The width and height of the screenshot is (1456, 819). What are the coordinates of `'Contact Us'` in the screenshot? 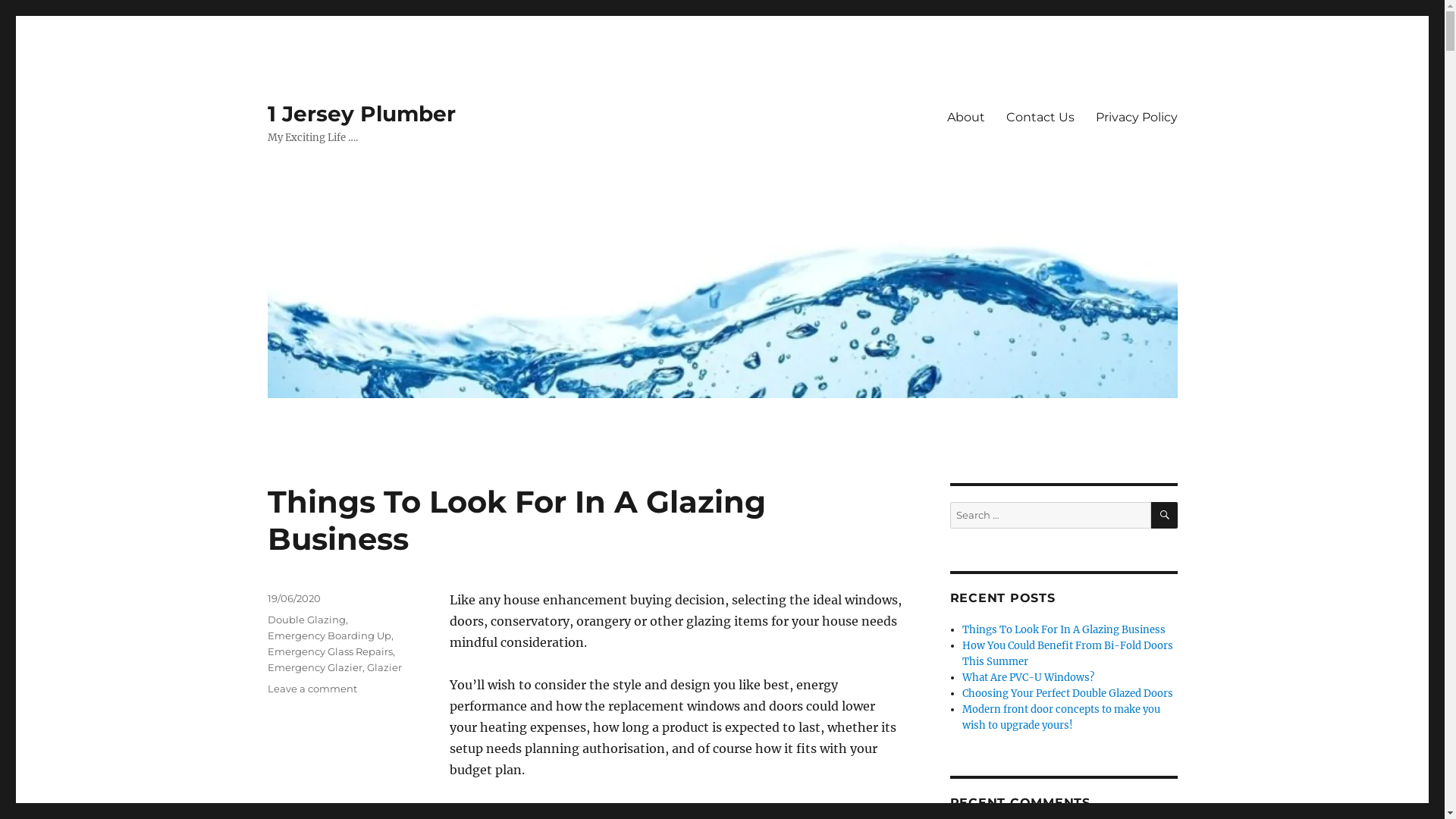 It's located at (1039, 116).